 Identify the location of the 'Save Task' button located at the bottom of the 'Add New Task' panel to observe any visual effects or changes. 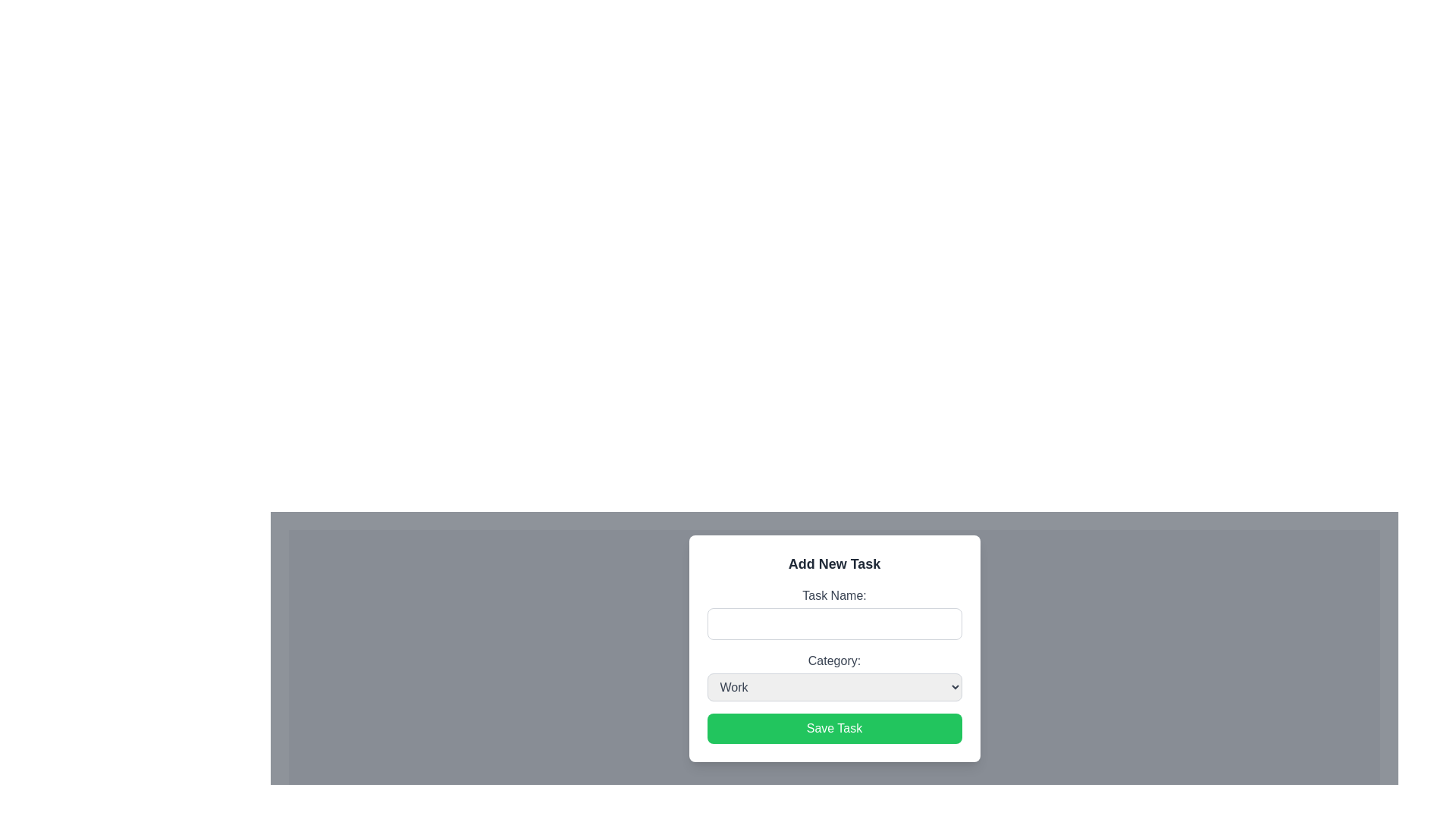
(833, 727).